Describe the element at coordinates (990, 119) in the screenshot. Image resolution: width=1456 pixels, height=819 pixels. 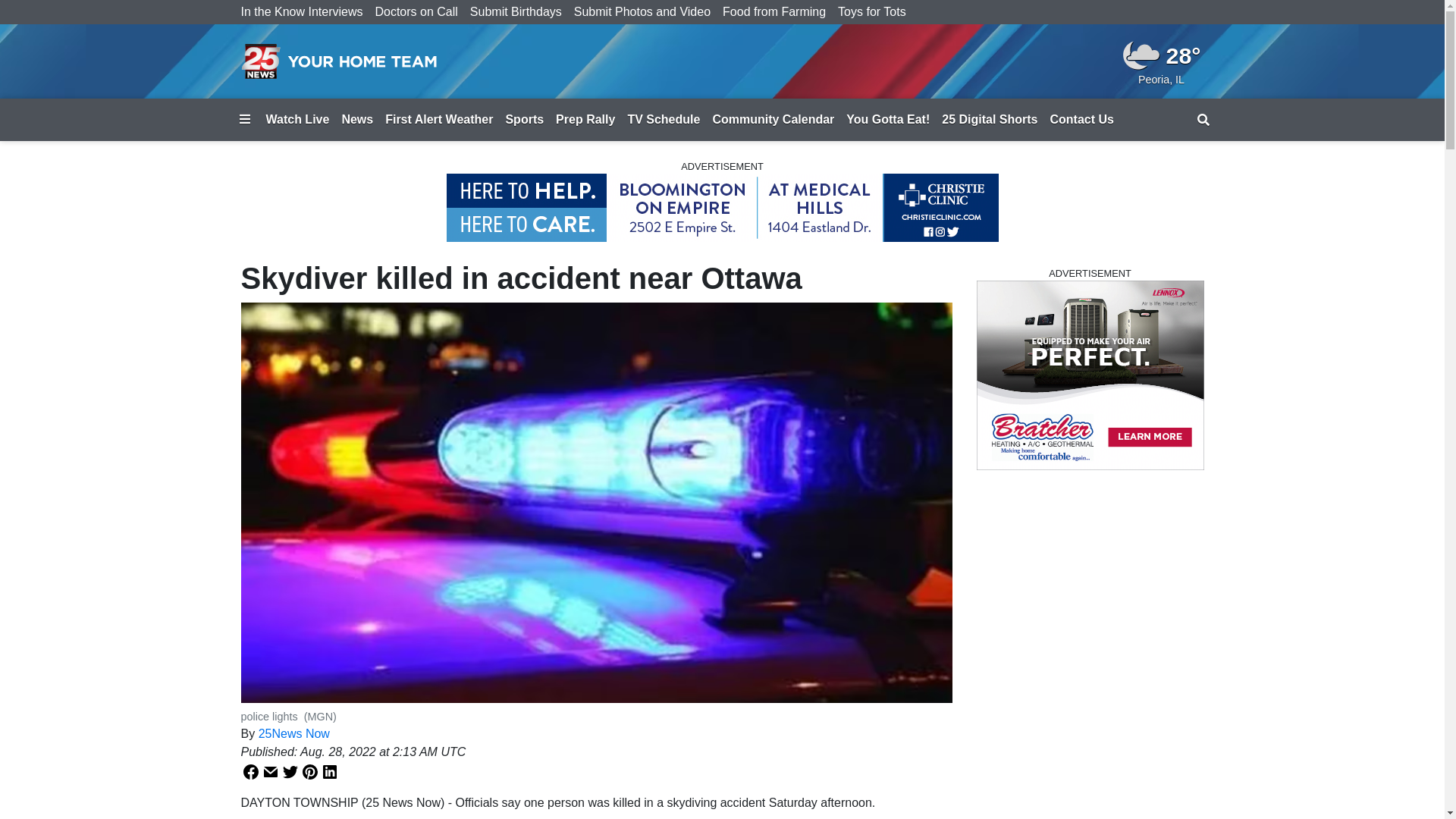
I see `'25 Digital Shorts'` at that location.